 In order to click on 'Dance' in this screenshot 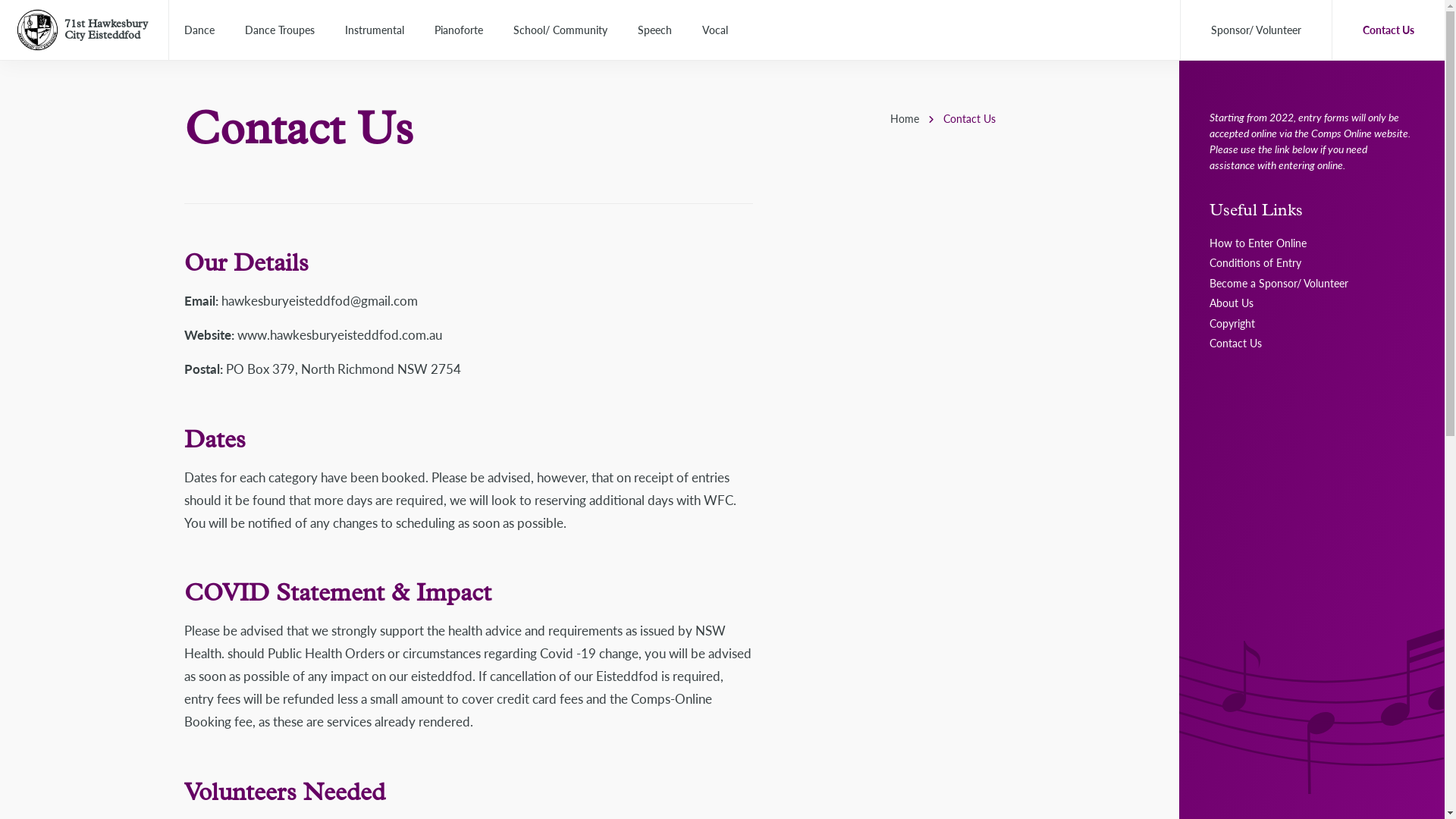, I will do `click(199, 30)`.